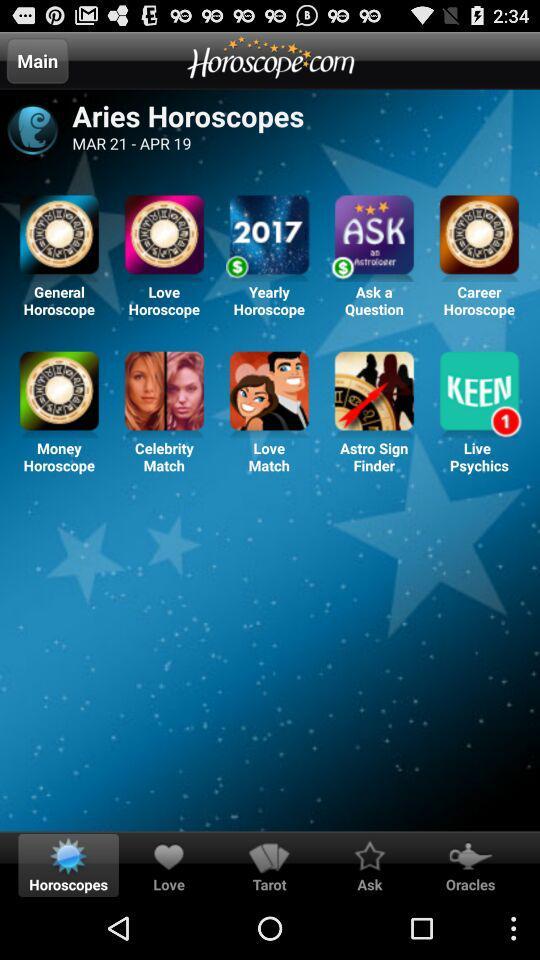 Image resolution: width=540 pixels, height=960 pixels. I want to click on the tarot option, so click(269, 855).